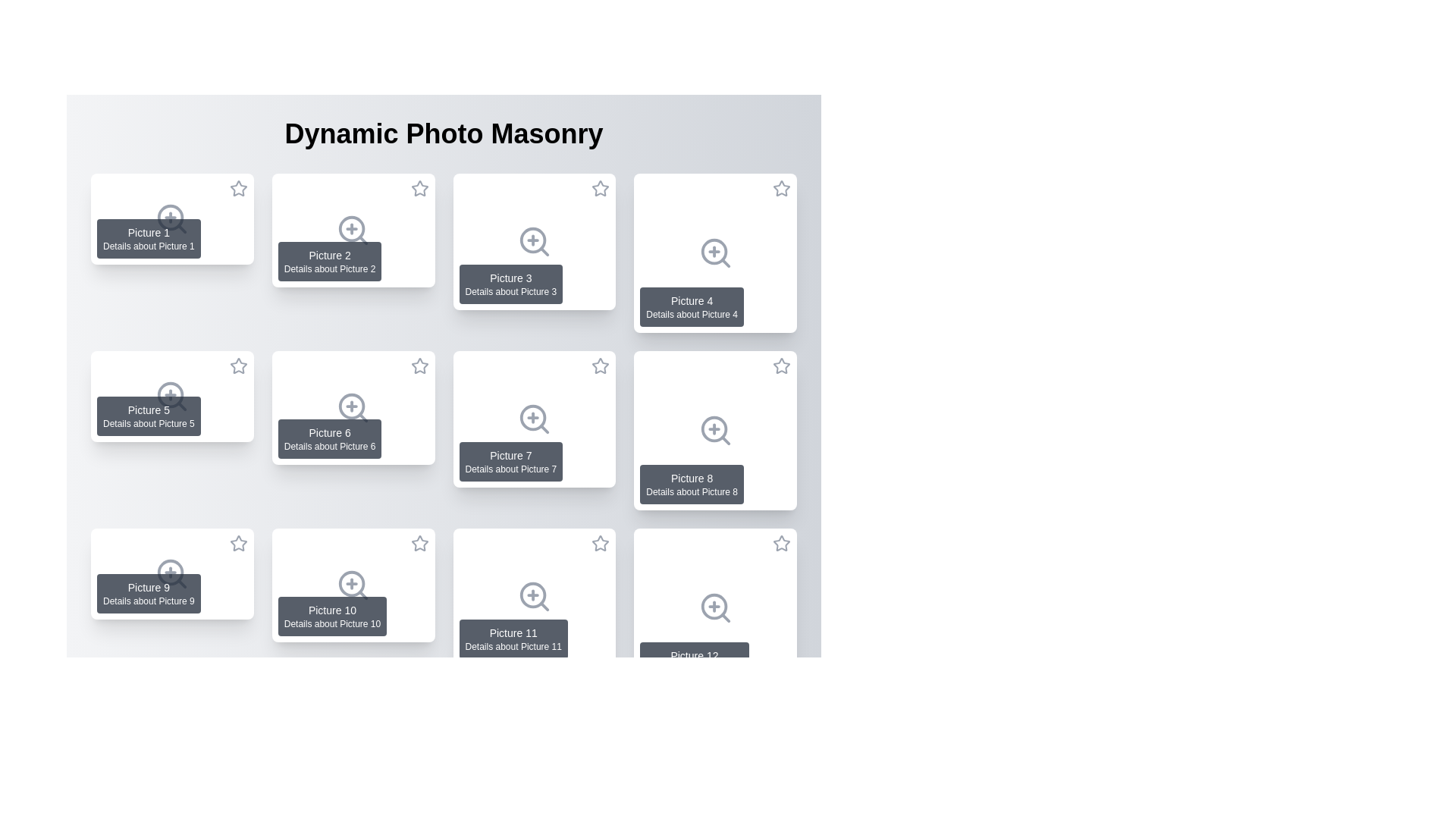 This screenshot has height=819, width=1456. What do you see at coordinates (353, 231) in the screenshot?
I see `the zoom-in icon on the 'Picture 2' card located in the top row, second column of the grid layout` at bounding box center [353, 231].